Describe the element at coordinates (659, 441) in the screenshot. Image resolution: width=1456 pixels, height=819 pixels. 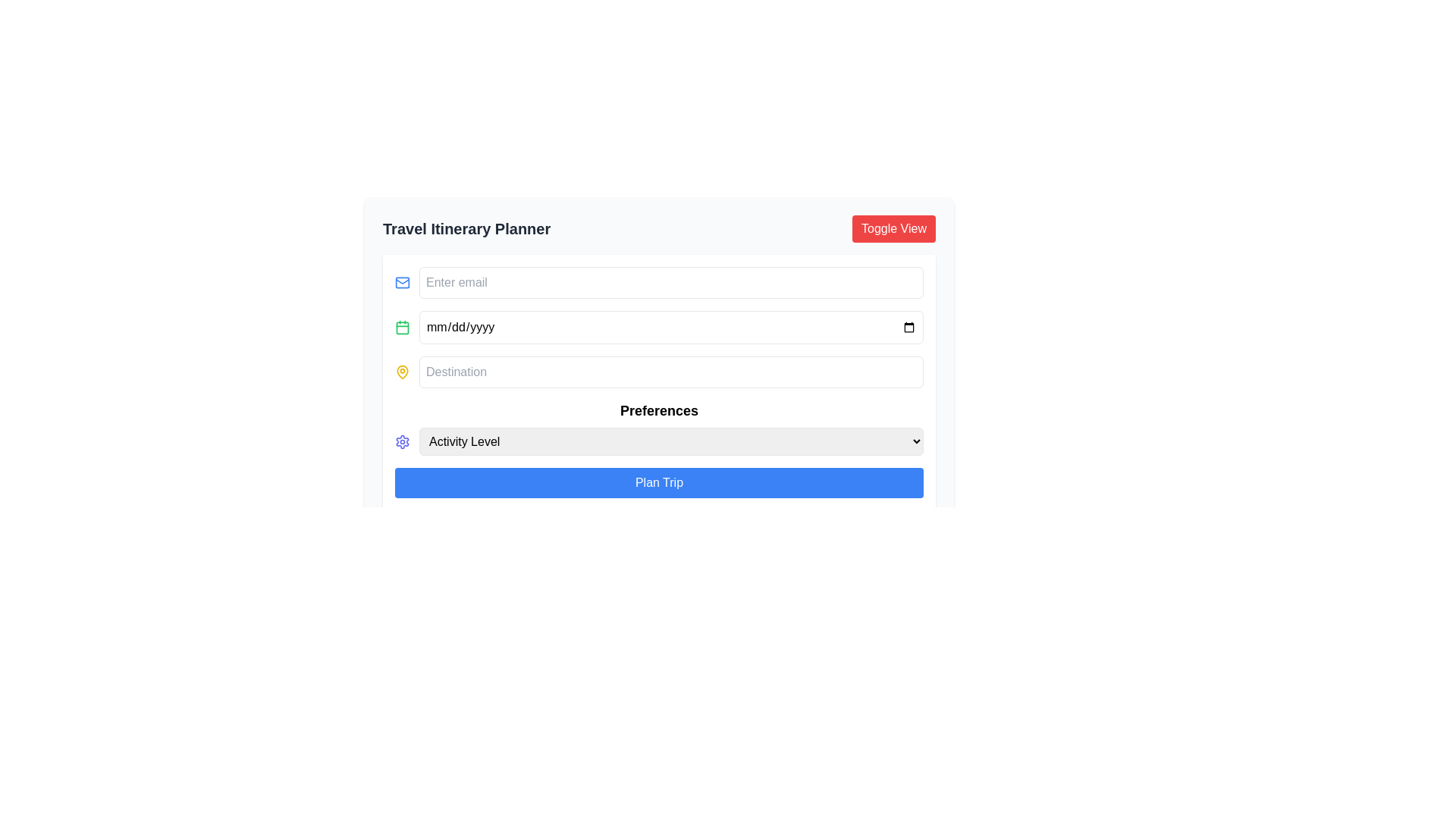
I see `an option from the 'Activity Level' dropdown menu, which is the second item under the 'Preferences' section, located below the 'Travel Itinerary Planner' header` at that location.